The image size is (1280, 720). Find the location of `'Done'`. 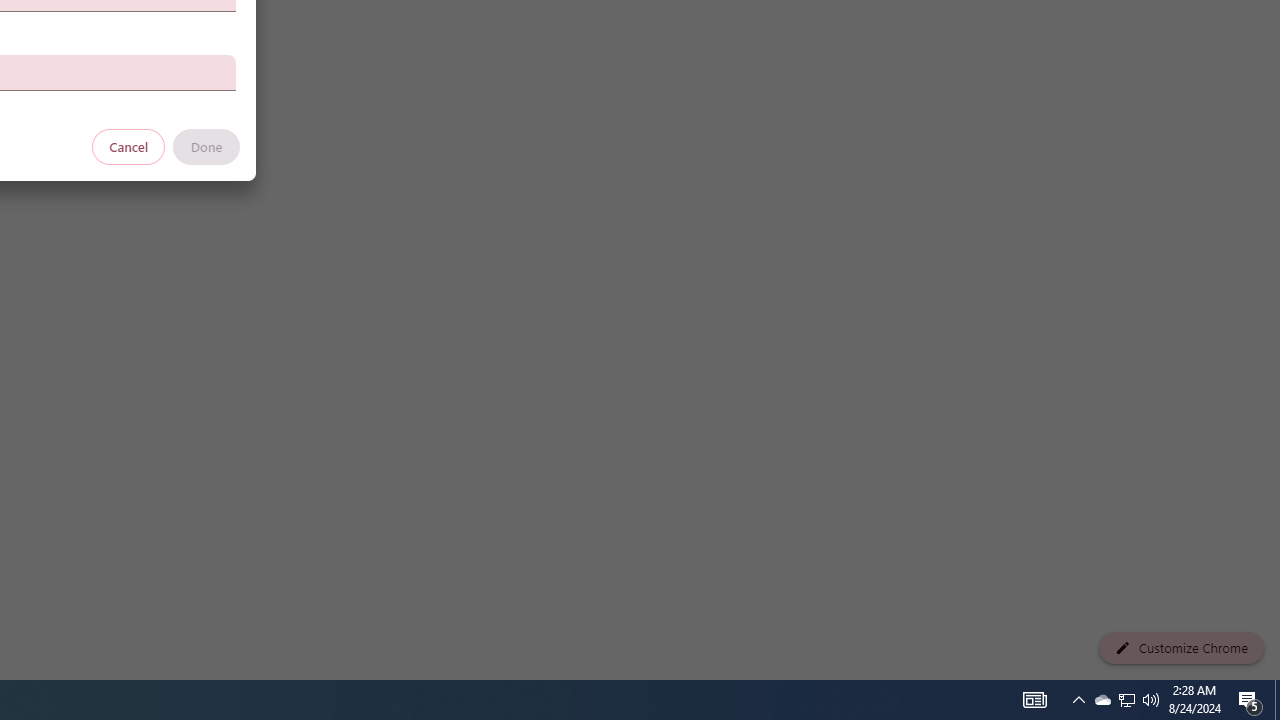

'Done' is located at coordinates (206, 145).